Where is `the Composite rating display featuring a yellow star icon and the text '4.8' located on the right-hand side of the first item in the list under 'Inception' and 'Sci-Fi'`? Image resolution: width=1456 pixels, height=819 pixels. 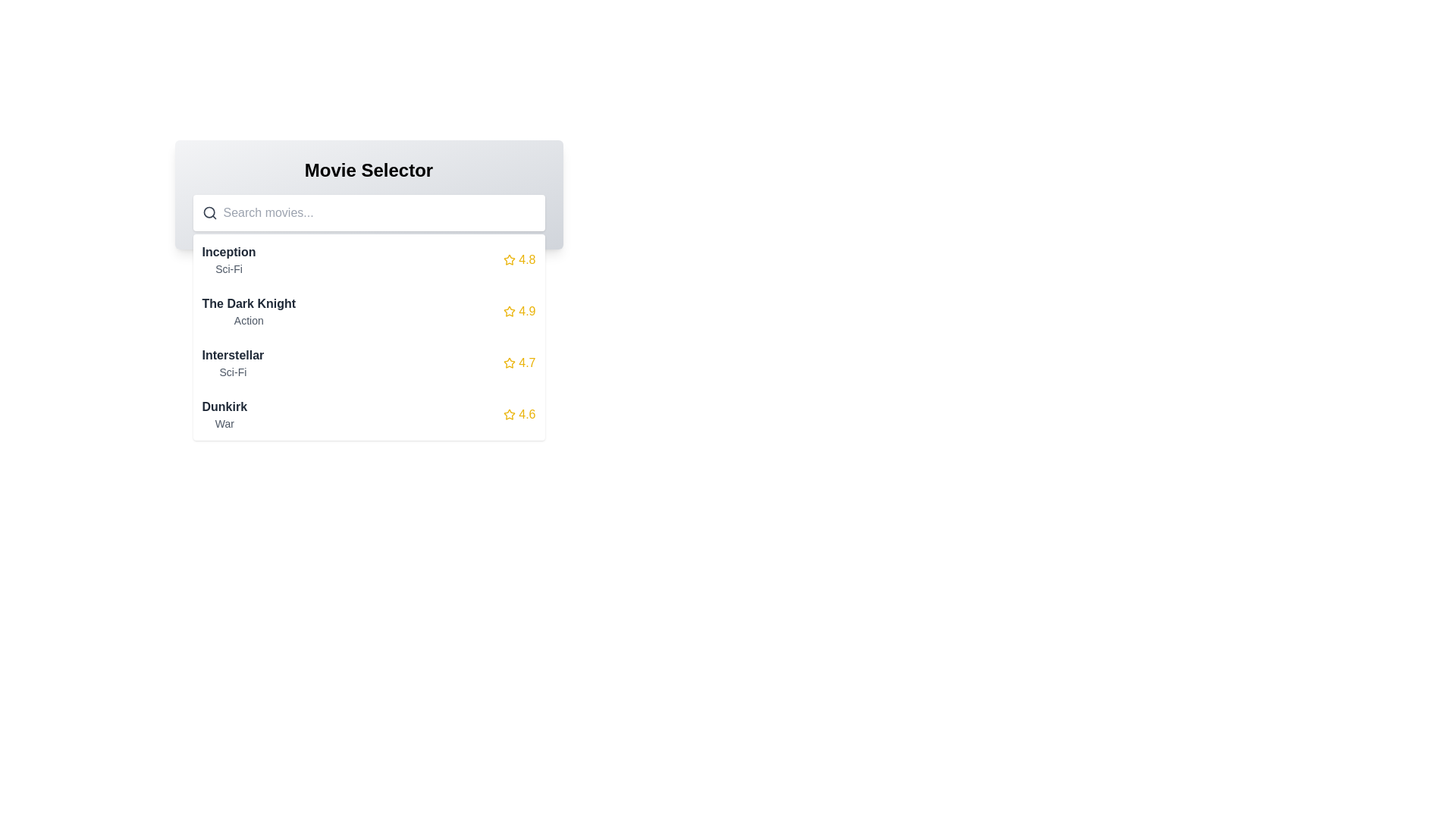 the Composite rating display featuring a yellow star icon and the text '4.8' located on the right-hand side of the first item in the list under 'Inception' and 'Sci-Fi' is located at coordinates (519, 259).